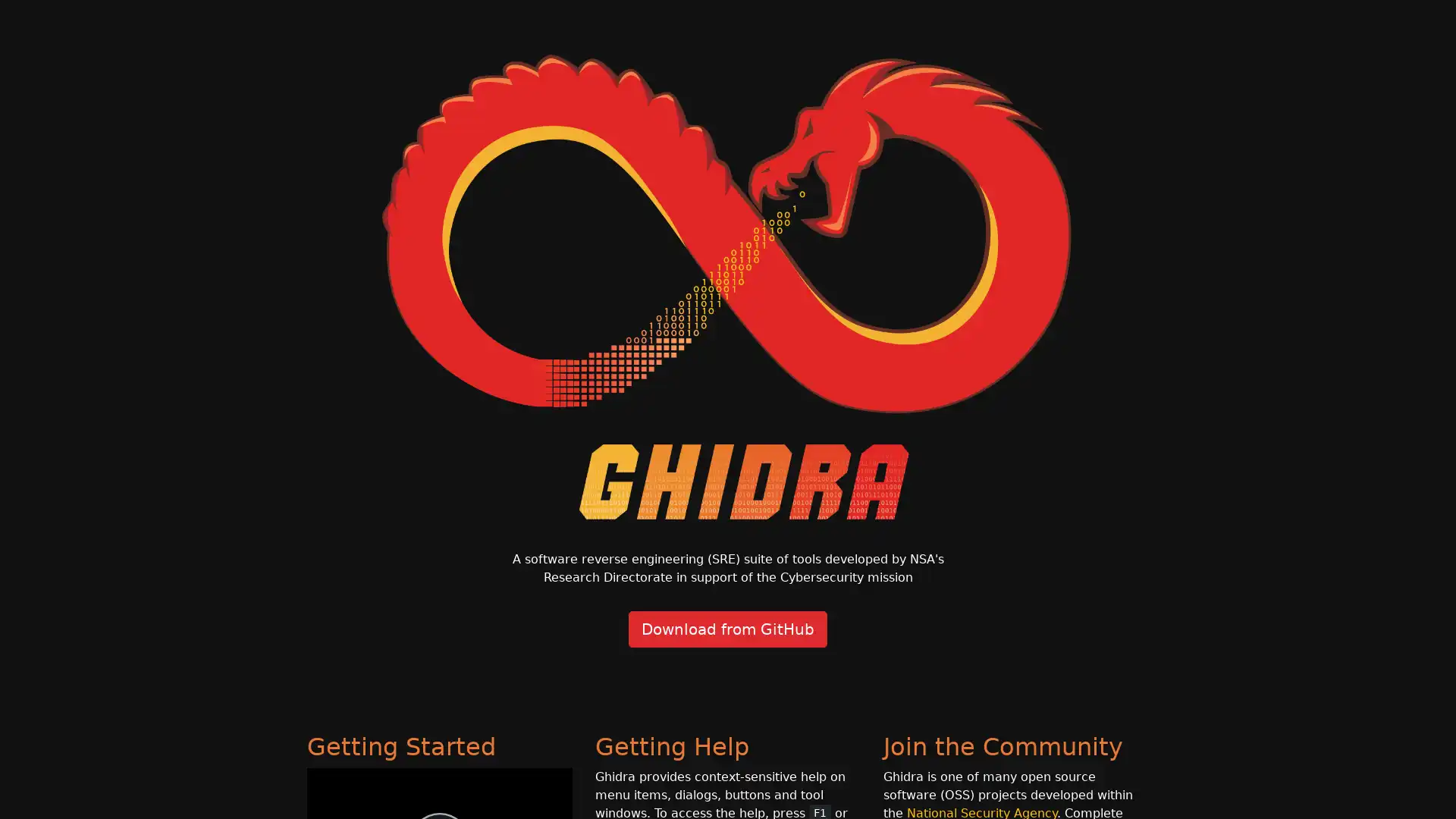 The height and width of the screenshot is (819, 1456). What do you see at coordinates (728, 629) in the screenshot?
I see `Download from GitHub` at bounding box center [728, 629].